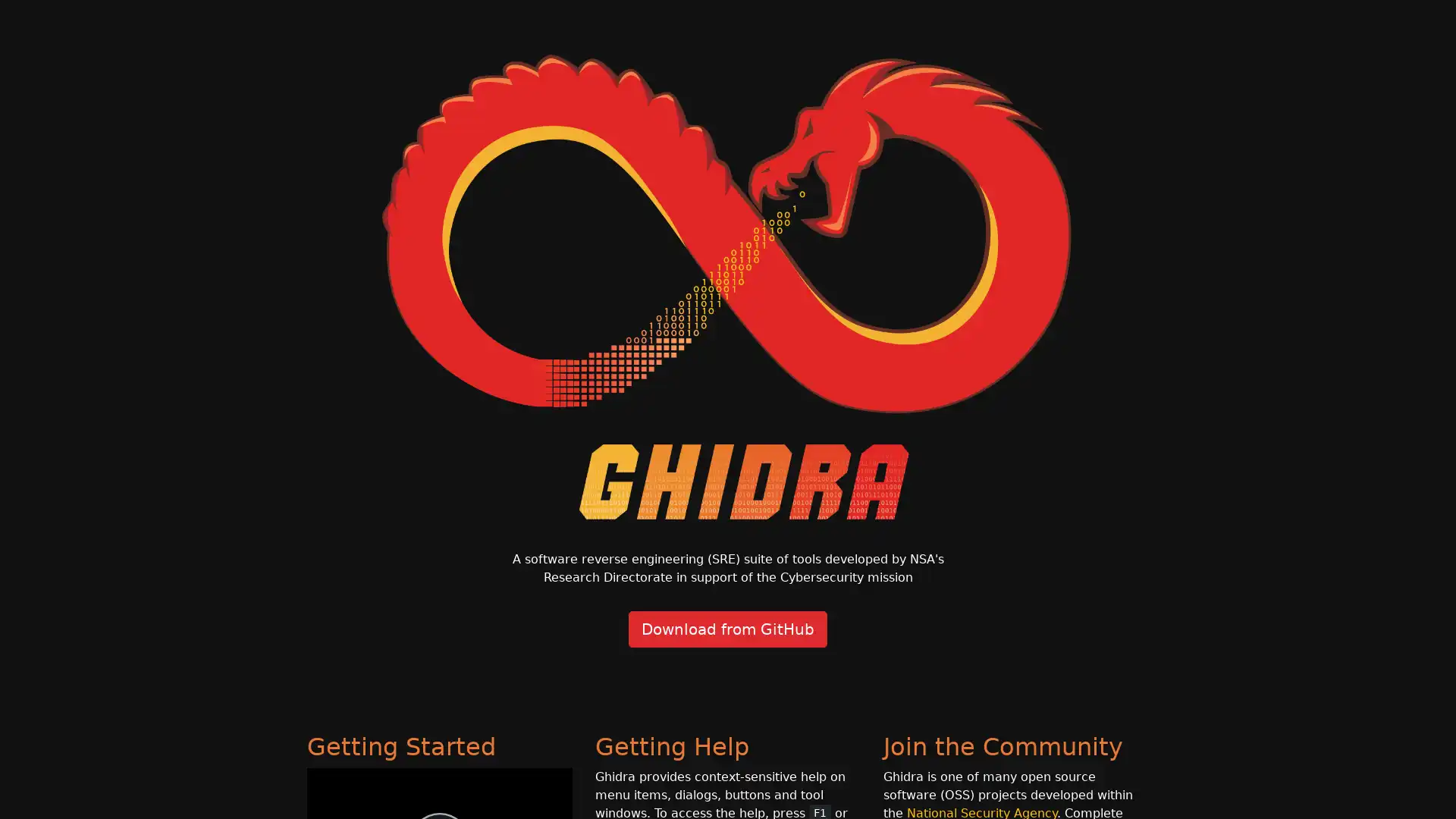 The height and width of the screenshot is (819, 1456). What do you see at coordinates (728, 629) in the screenshot?
I see `Download from GitHub` at bounding box center [728, 629].